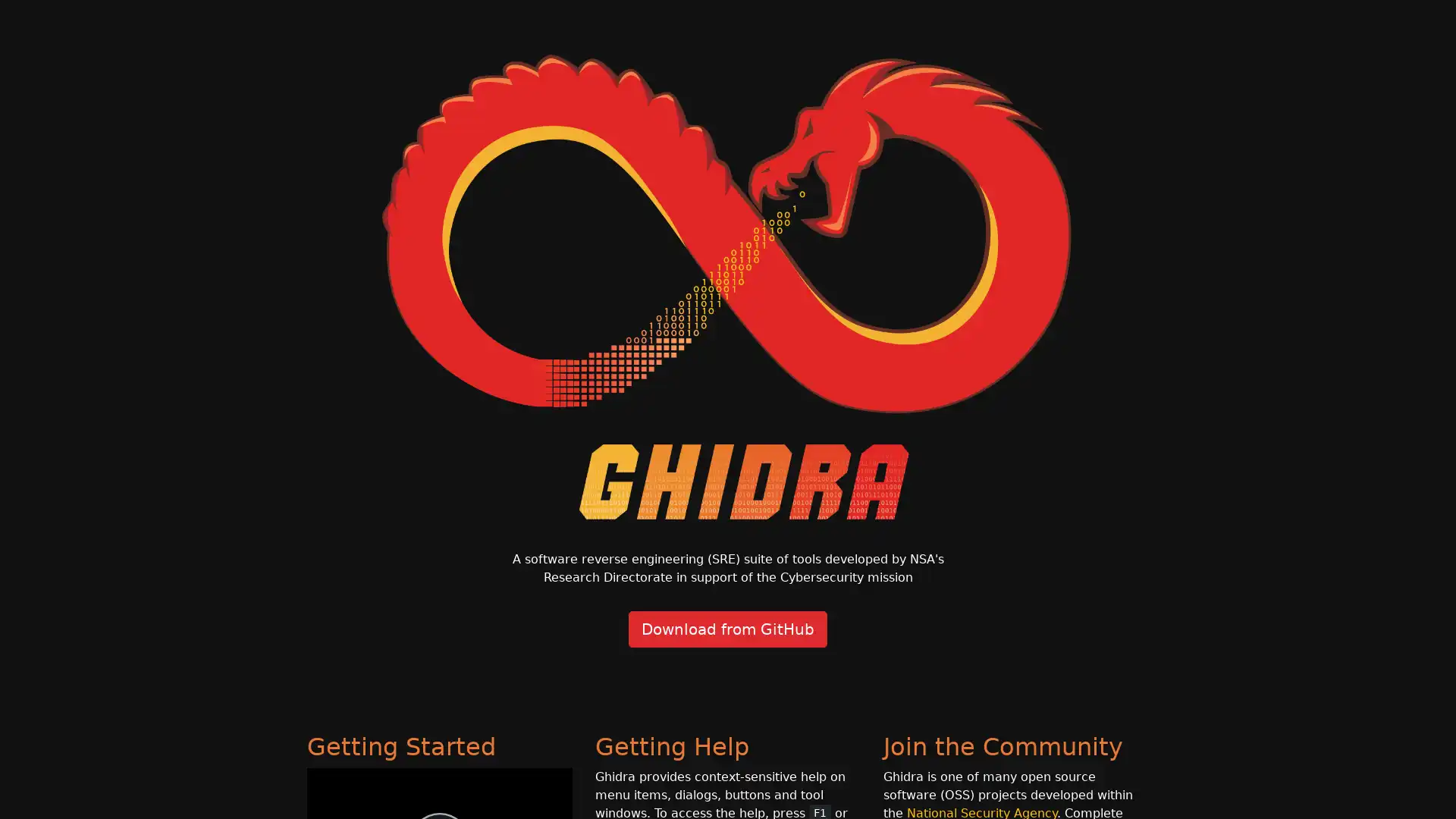 The height and width of the screenshot is (819, 1456). What do you see at coordinates (728, 629) in the screenshot?
I see `Download from GitHub` at bounding box center [728, 629].